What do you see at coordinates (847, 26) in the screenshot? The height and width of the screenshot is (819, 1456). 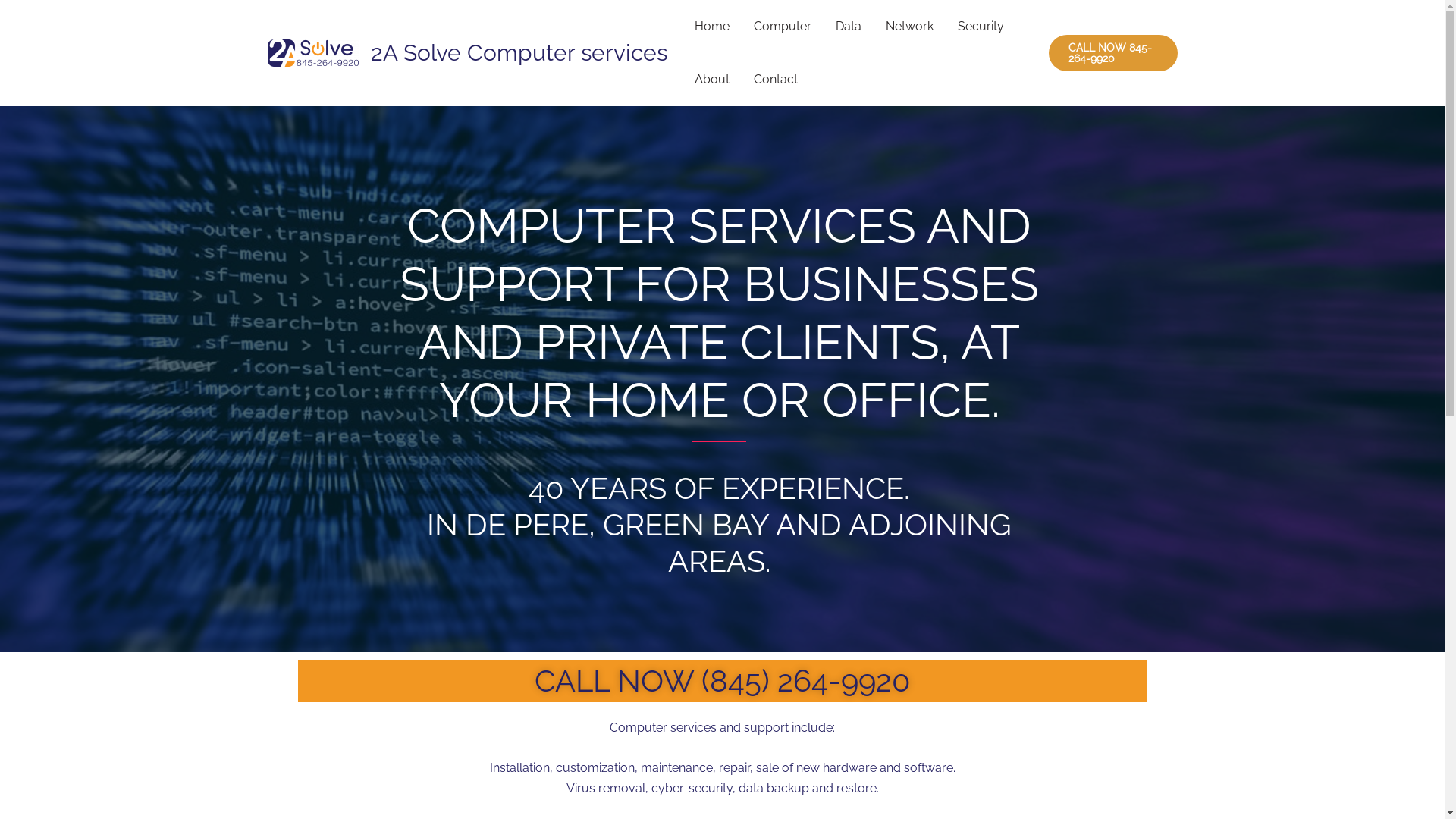 I see `'Data'` at bounding box center [847, 26].